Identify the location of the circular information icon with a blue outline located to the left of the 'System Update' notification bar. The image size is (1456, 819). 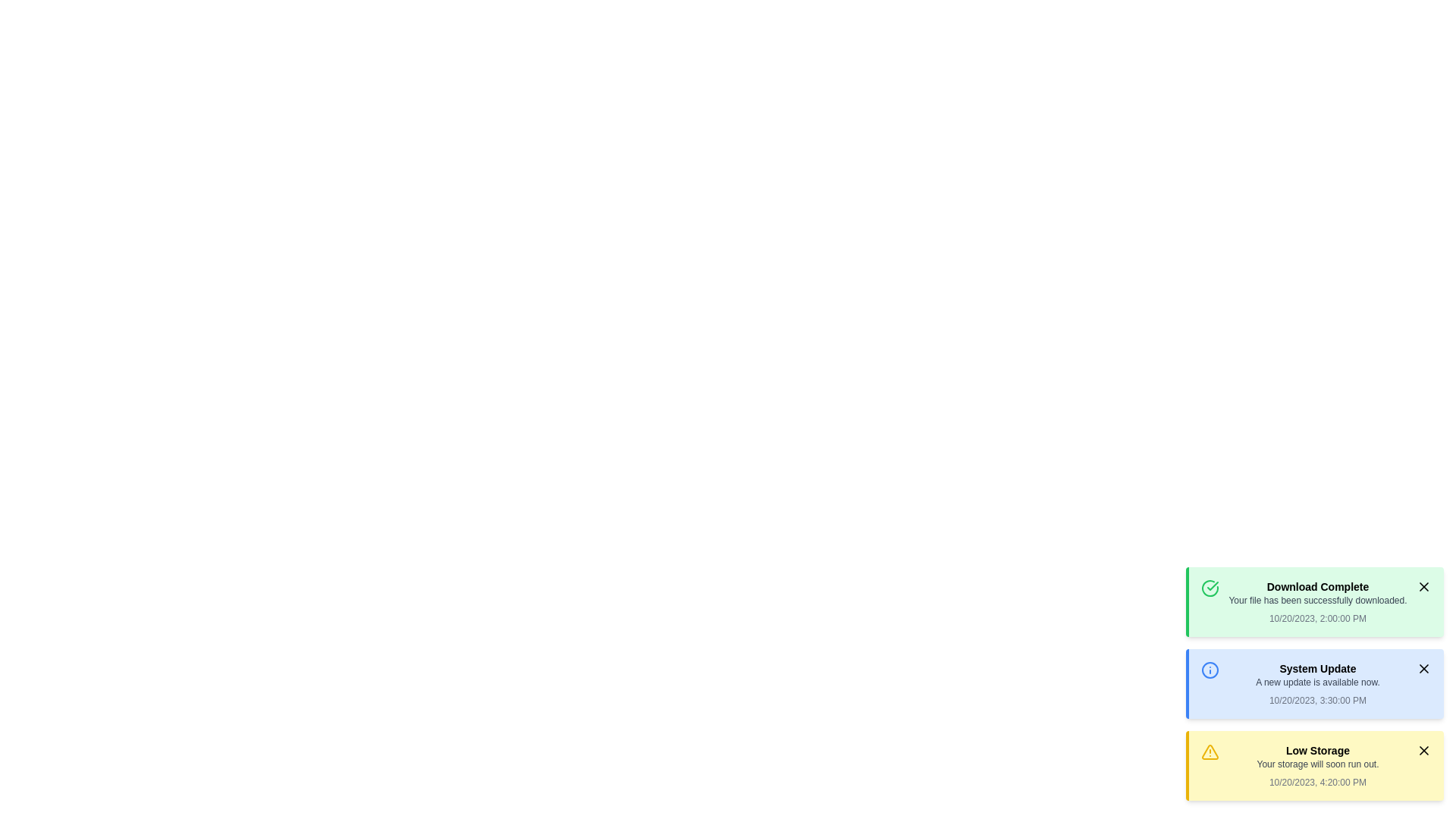
(1210, 669).